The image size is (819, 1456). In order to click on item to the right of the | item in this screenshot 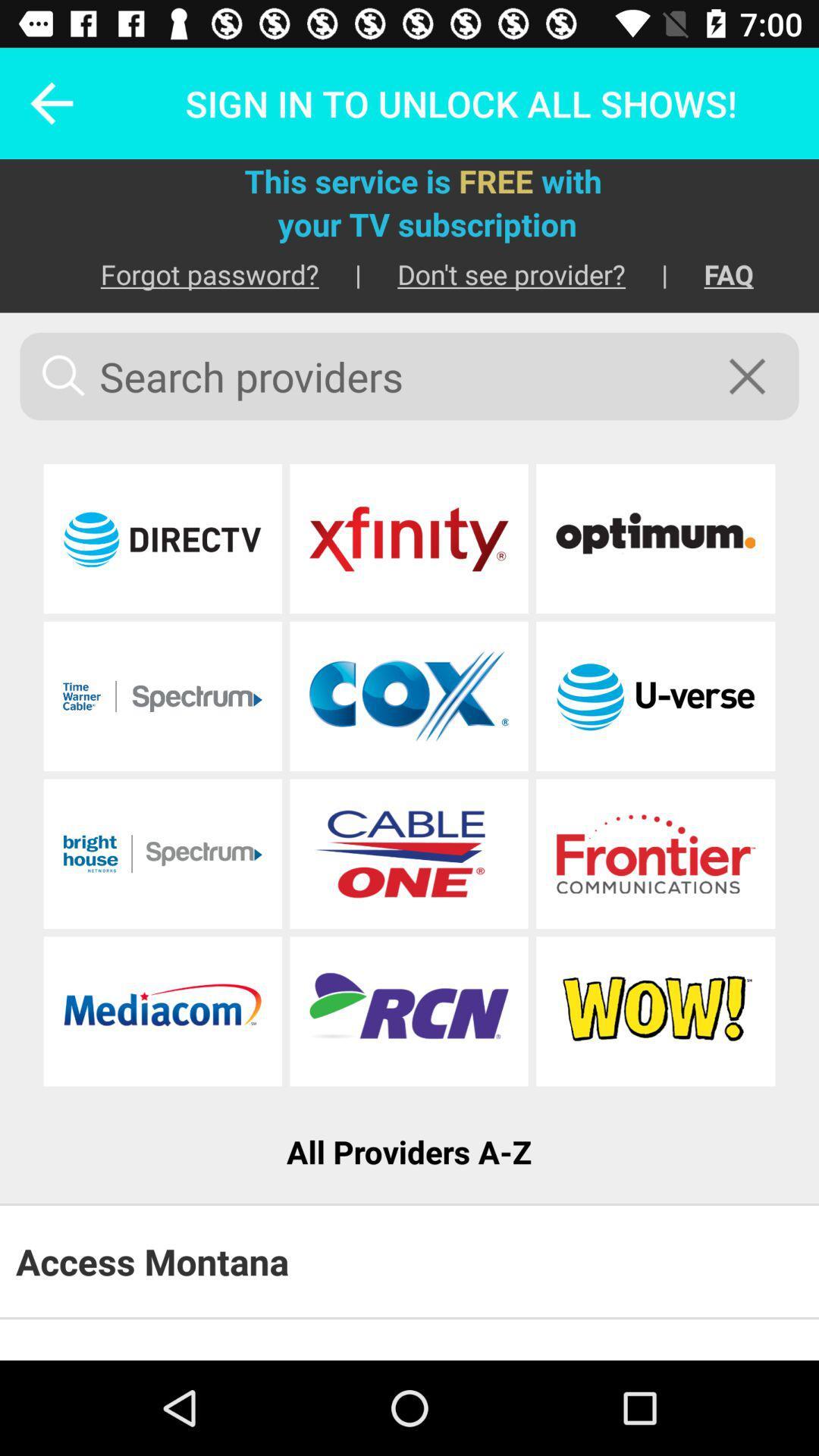, I will do `click(711, 274)`.